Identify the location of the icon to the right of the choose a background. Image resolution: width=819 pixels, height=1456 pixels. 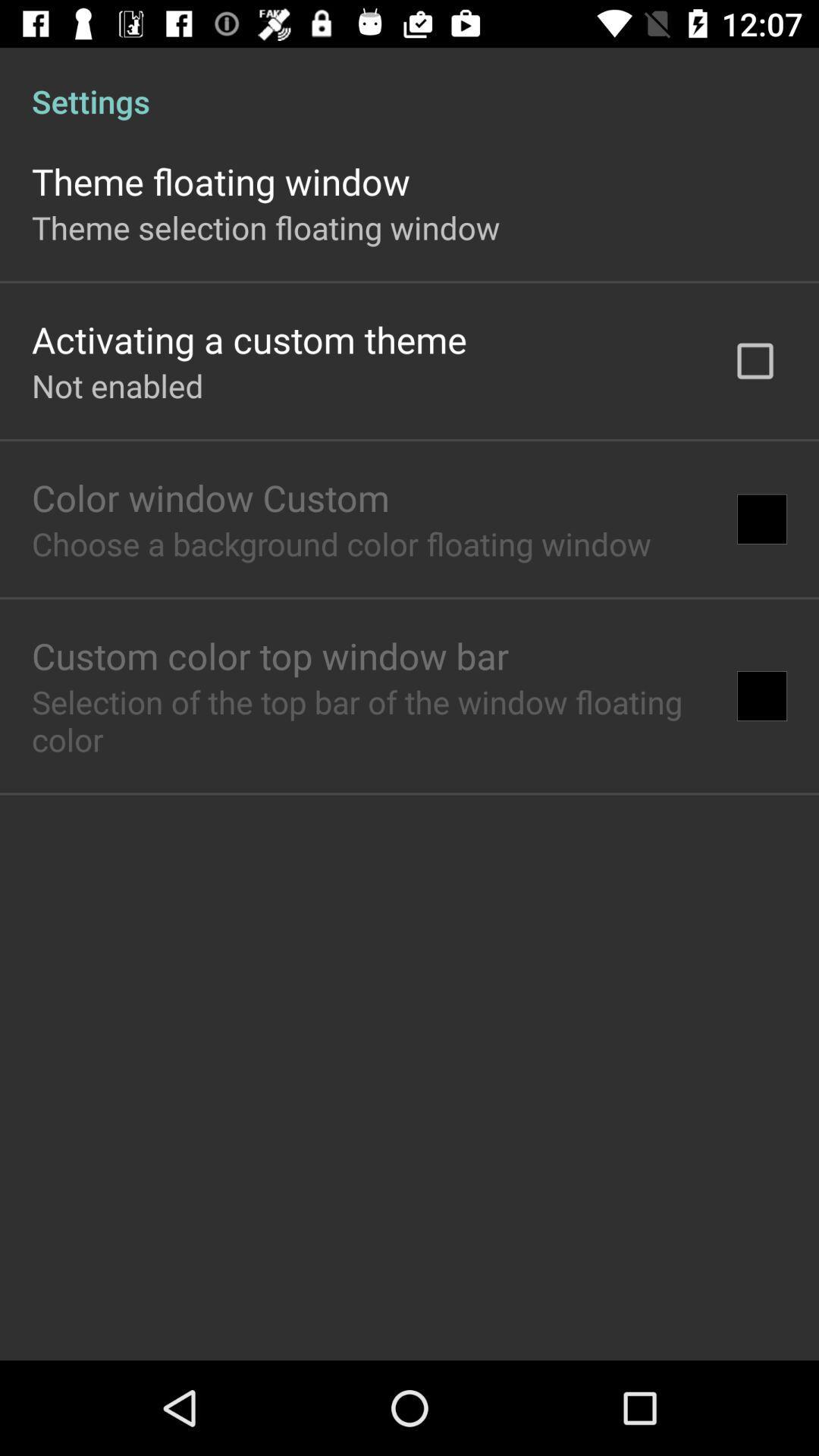
(762, 519).